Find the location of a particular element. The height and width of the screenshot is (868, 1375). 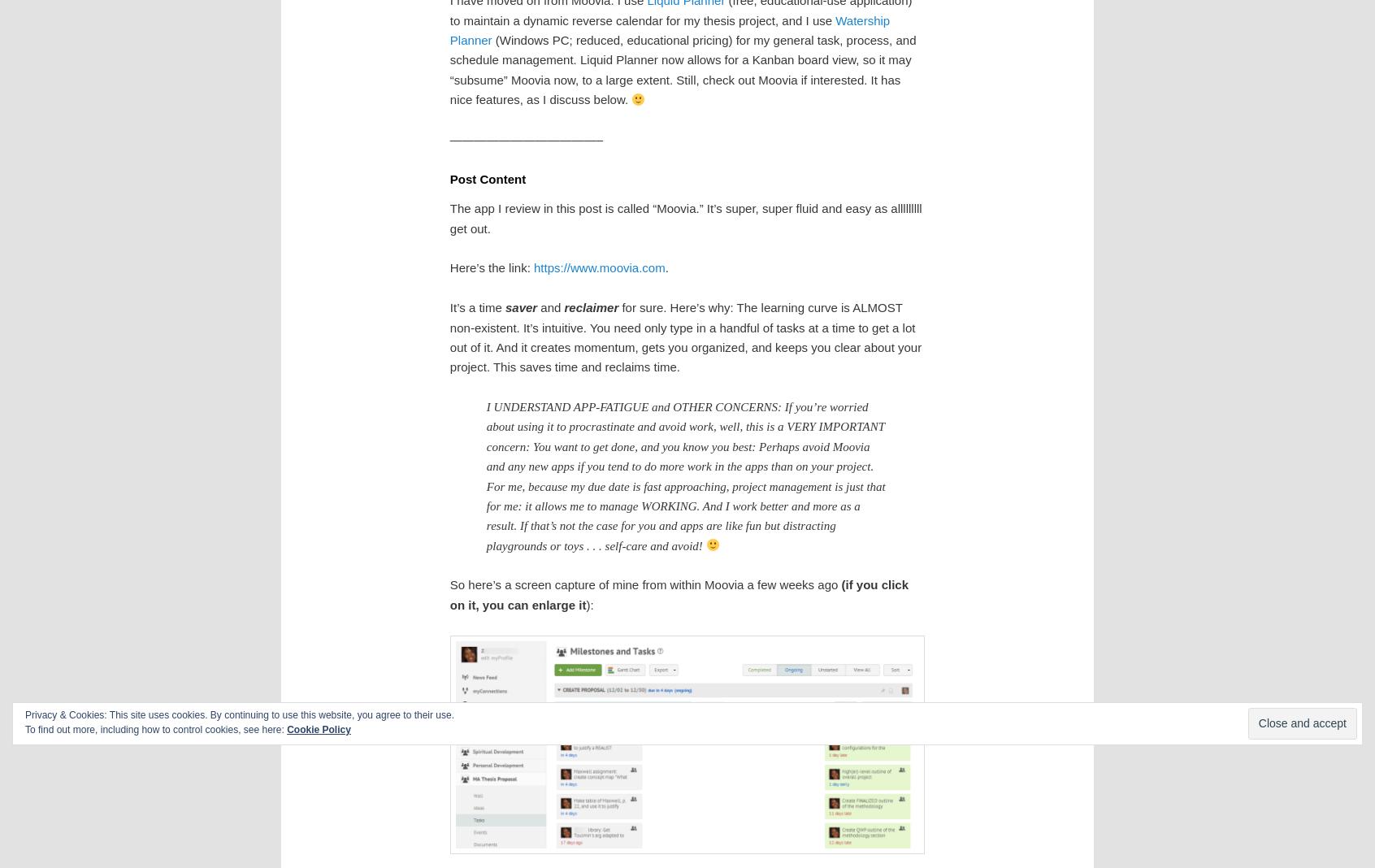

'Post Content' is located at coordinates (486, 178).